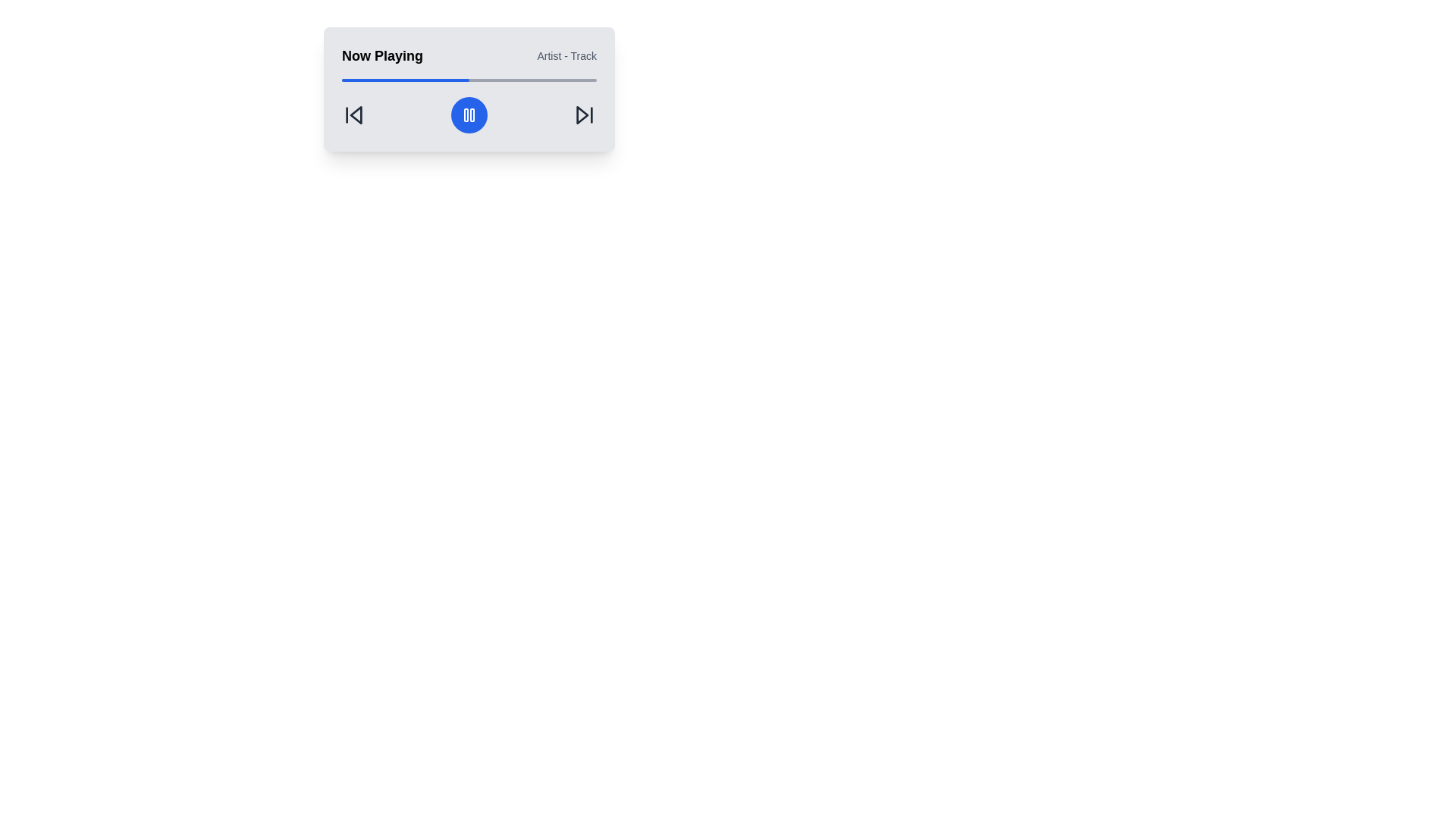  Describe the element at coordinates (385, 80) in the screenshot. I see `the progress of the bar` at that location.